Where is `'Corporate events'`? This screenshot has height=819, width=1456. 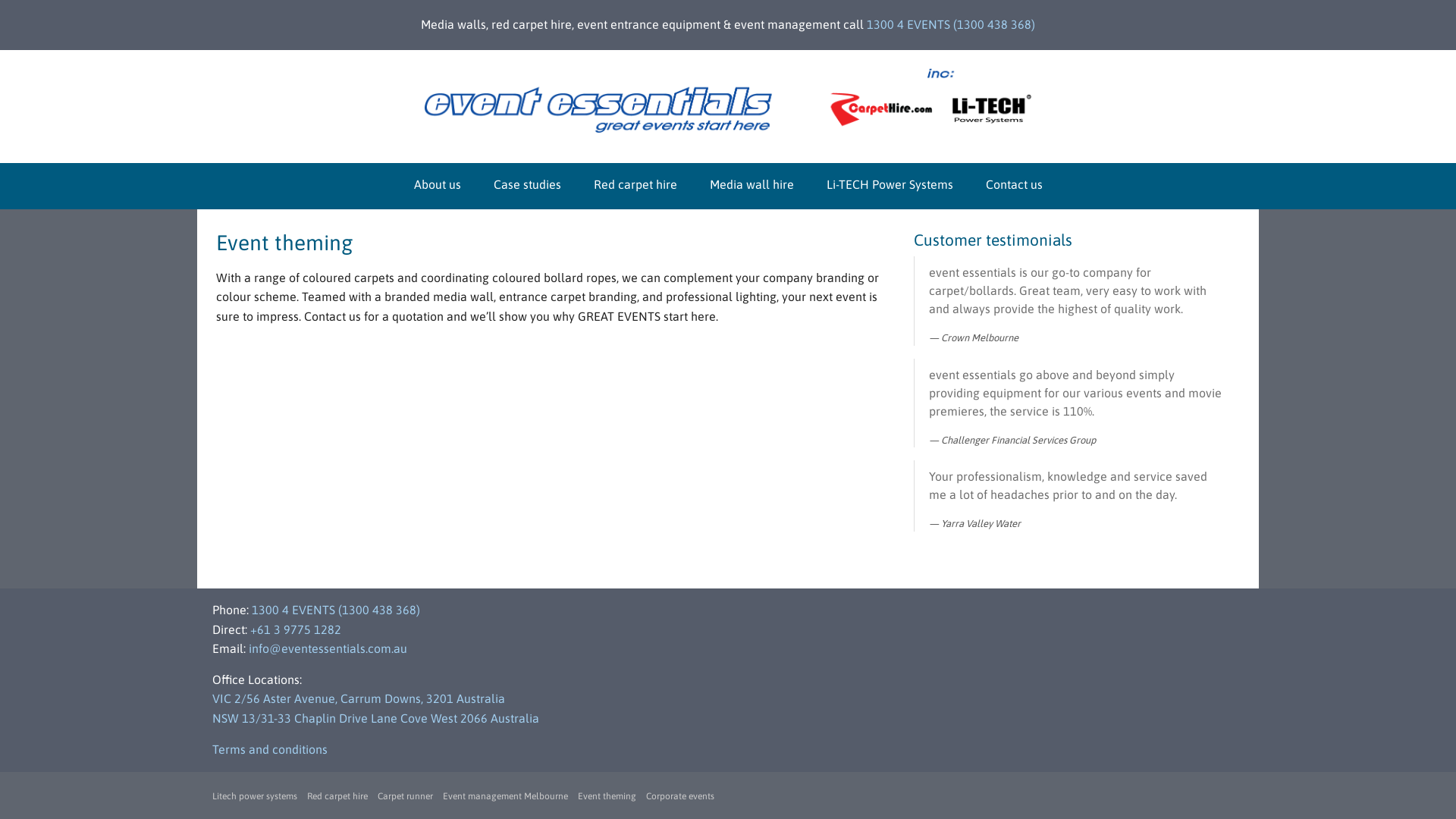
'Corporate events' is located at coordinates (679, 795).